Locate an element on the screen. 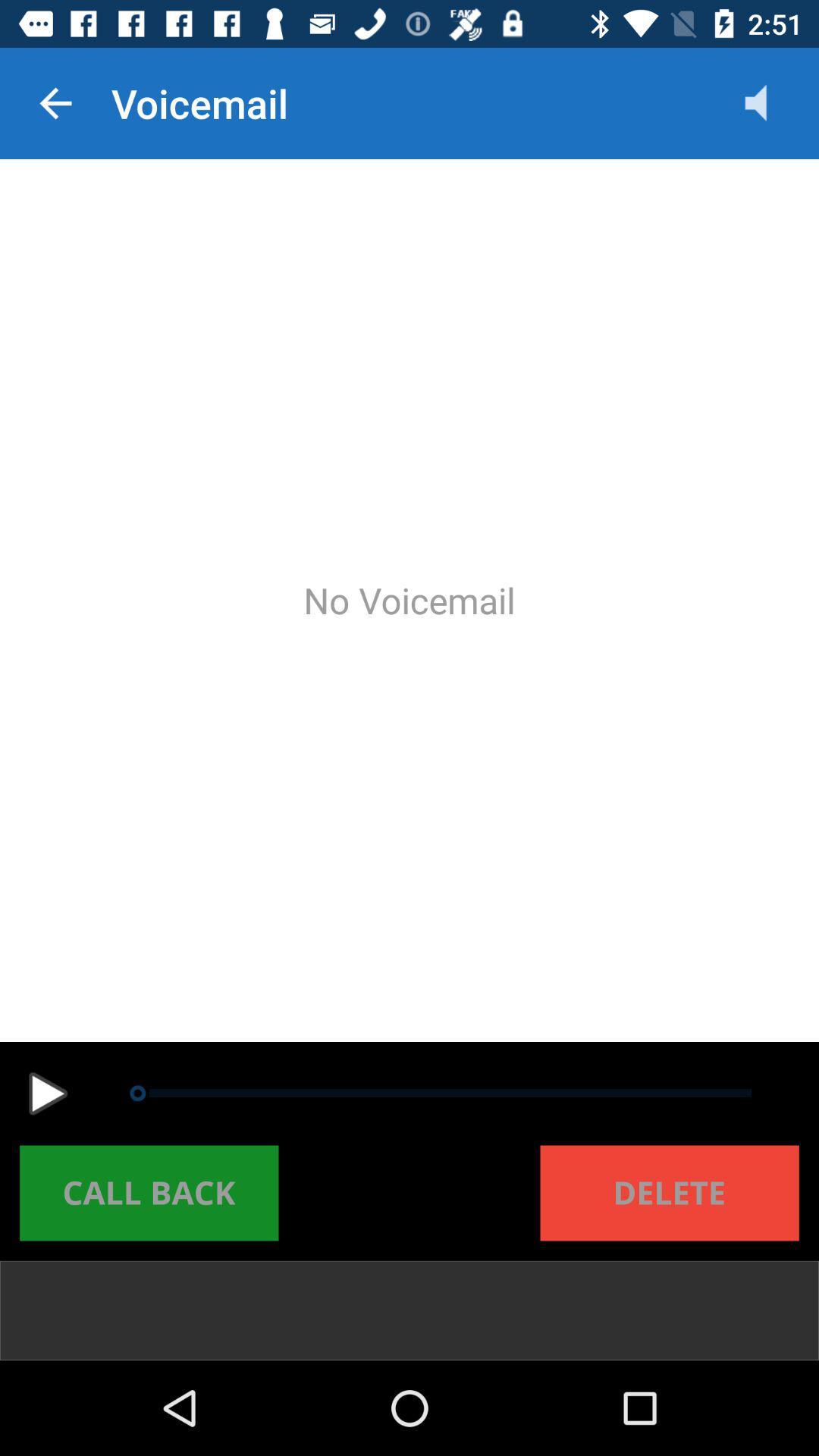 This screenshot has width=819, height=1456. the delete is located at coordinates (669, 1192).